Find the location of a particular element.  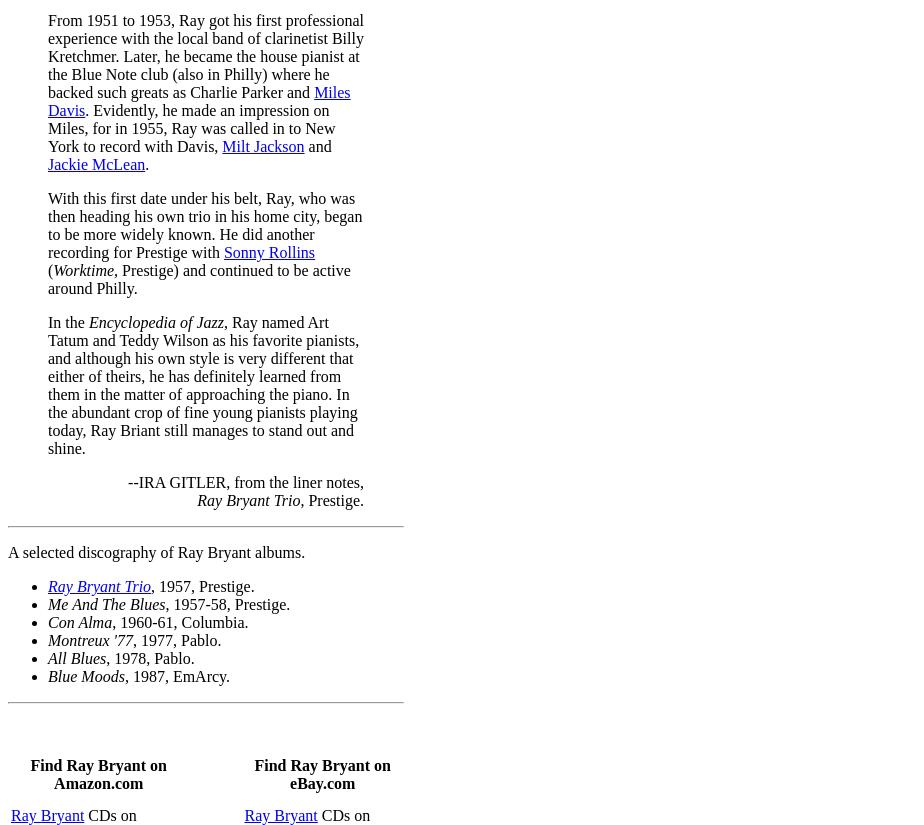

', 1978, Pablo.' is located at coordinates (149, 656).